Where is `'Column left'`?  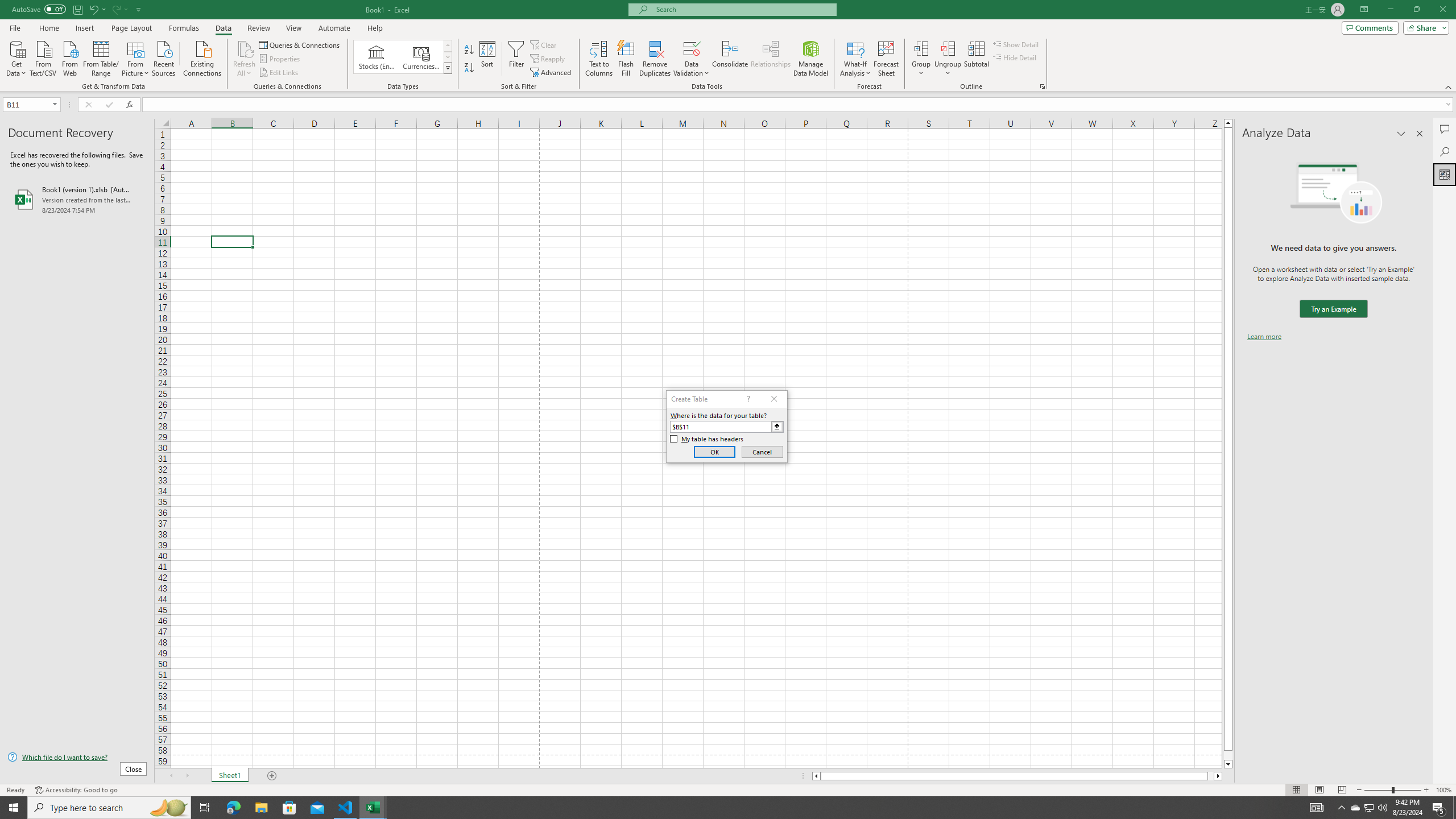
'Column left' is located at coordinates (816, 775).